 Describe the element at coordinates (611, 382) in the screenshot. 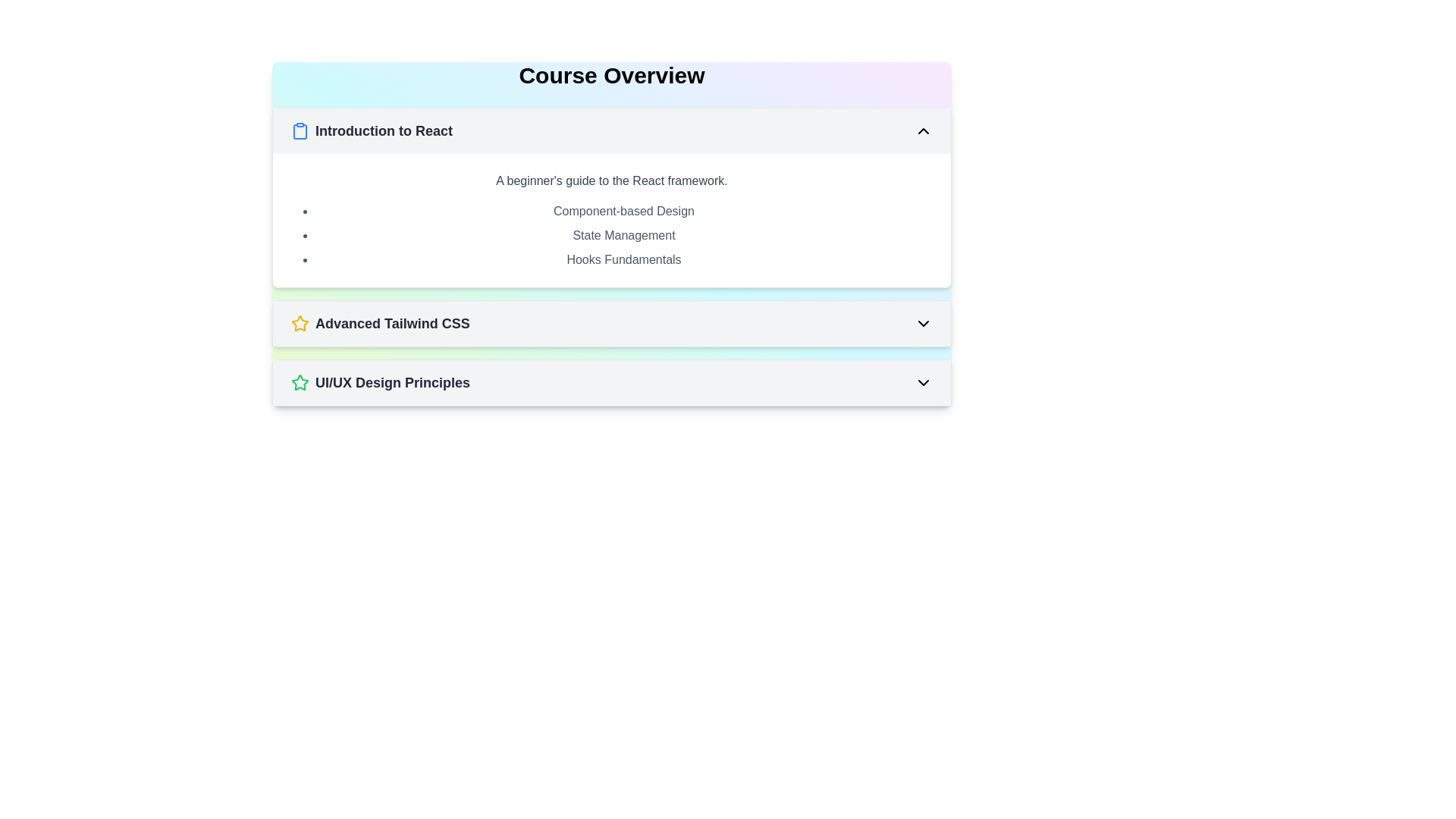

I see `the interactive expandable list item related to 'UI/UX Design Principles'` at that location.